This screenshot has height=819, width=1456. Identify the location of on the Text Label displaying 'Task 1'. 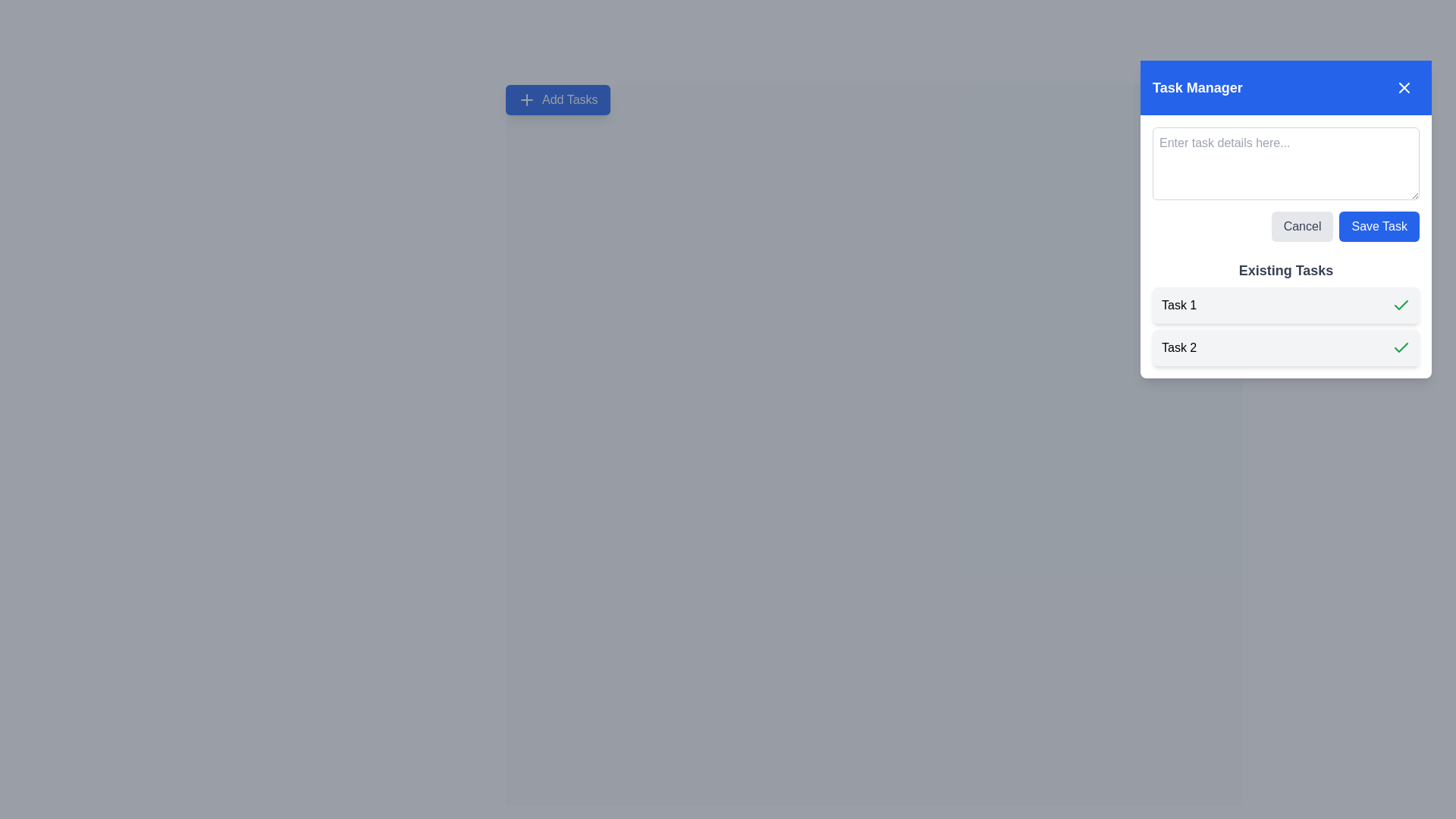
(1178, 305).